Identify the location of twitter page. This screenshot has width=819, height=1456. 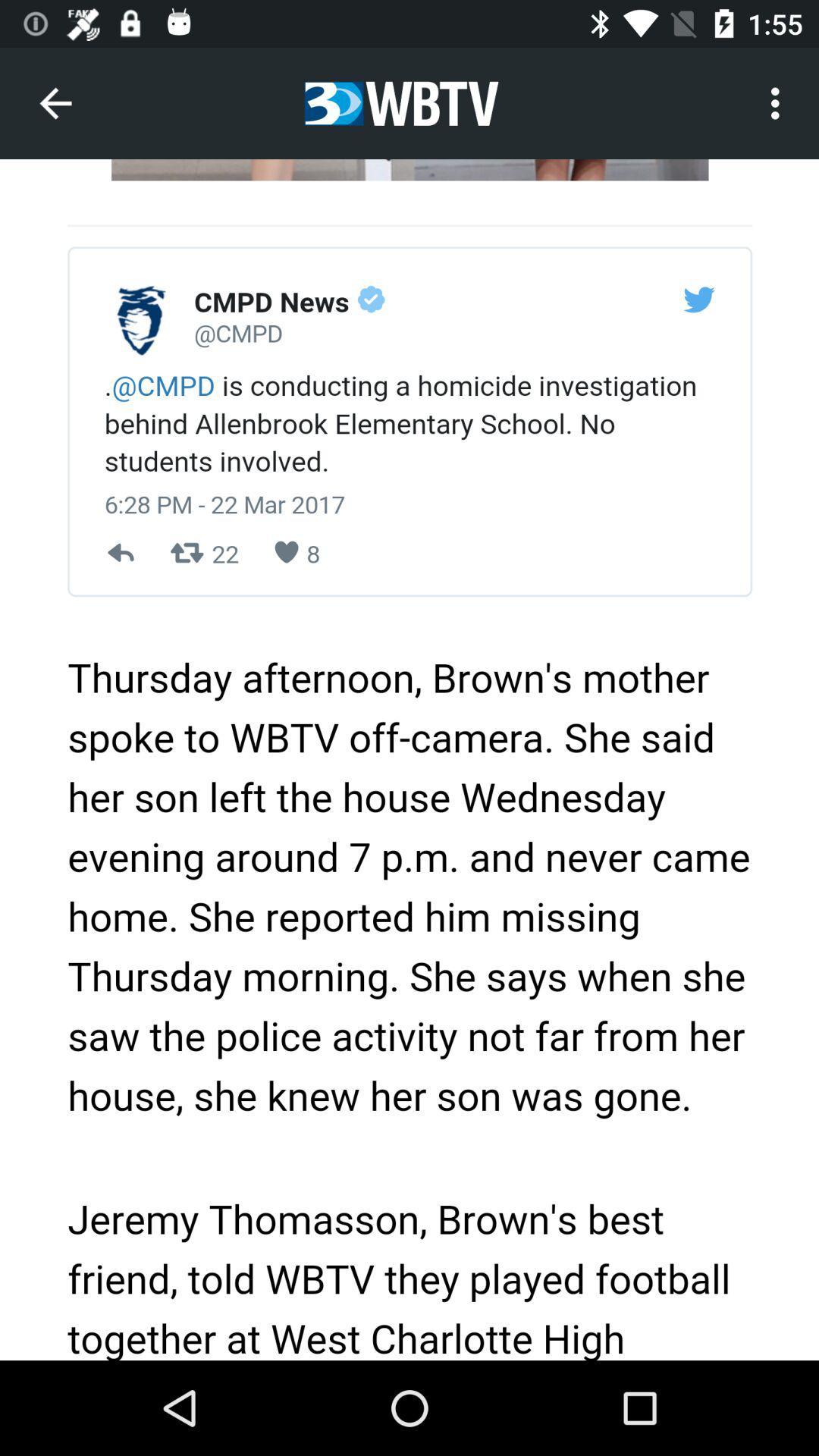
(409, 760).